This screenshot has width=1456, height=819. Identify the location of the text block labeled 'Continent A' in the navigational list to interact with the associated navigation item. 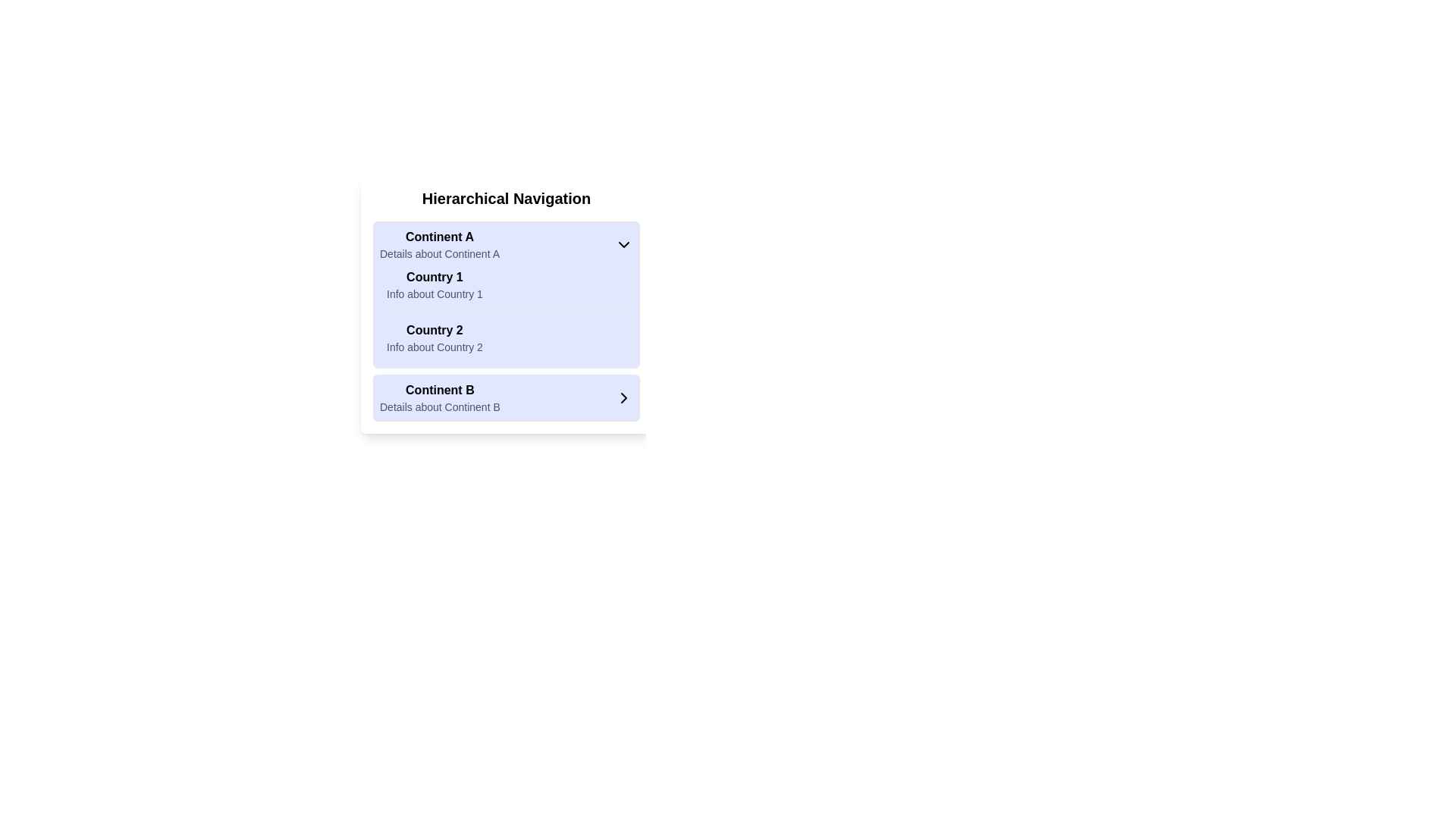
(439, 244).